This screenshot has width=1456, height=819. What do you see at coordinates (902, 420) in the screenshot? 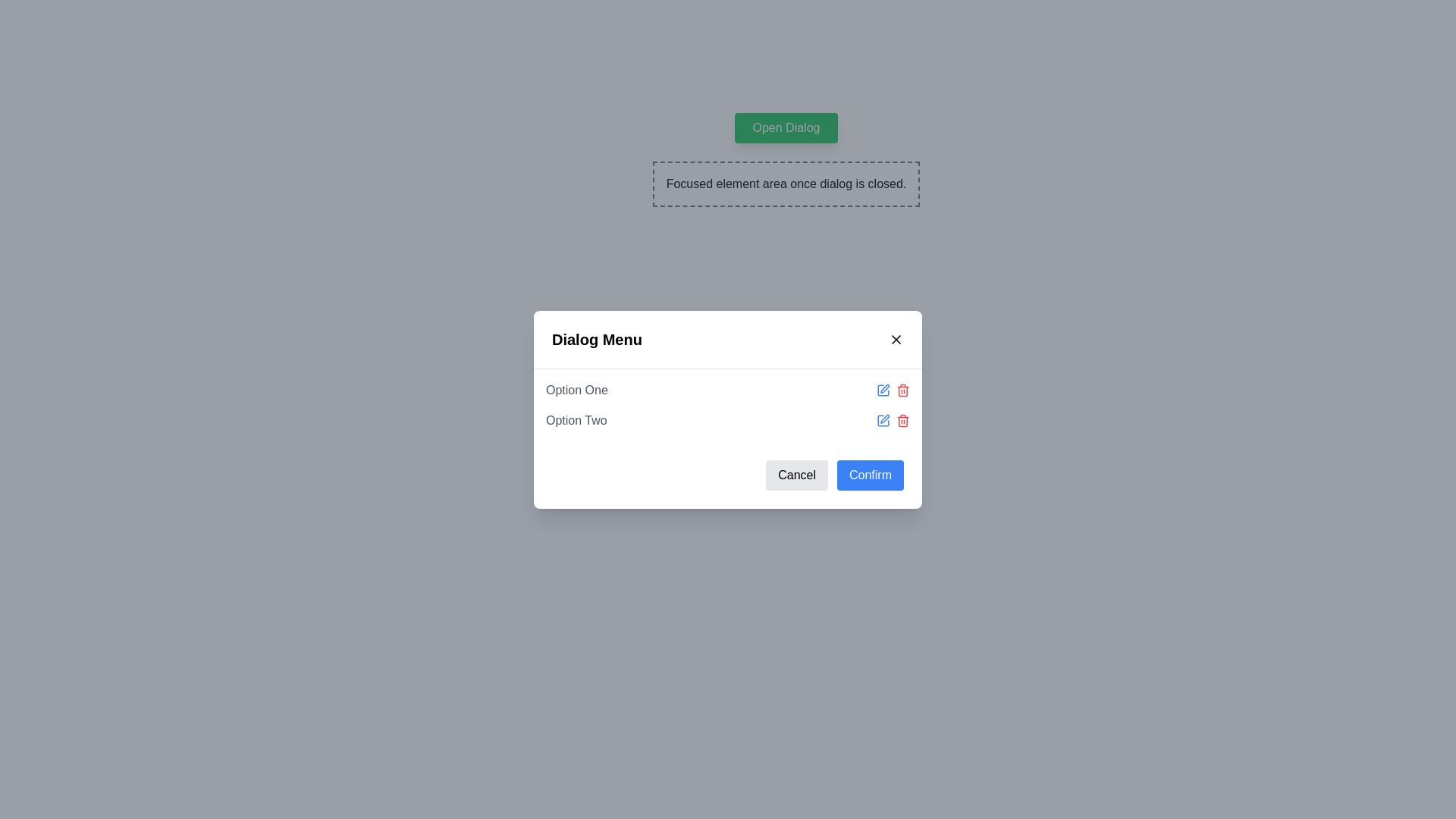
I see `the button that removes 'Option Two' from the dialog list, located to the right of the second row in the vertically aligned list` at bounding box center [902, 420].